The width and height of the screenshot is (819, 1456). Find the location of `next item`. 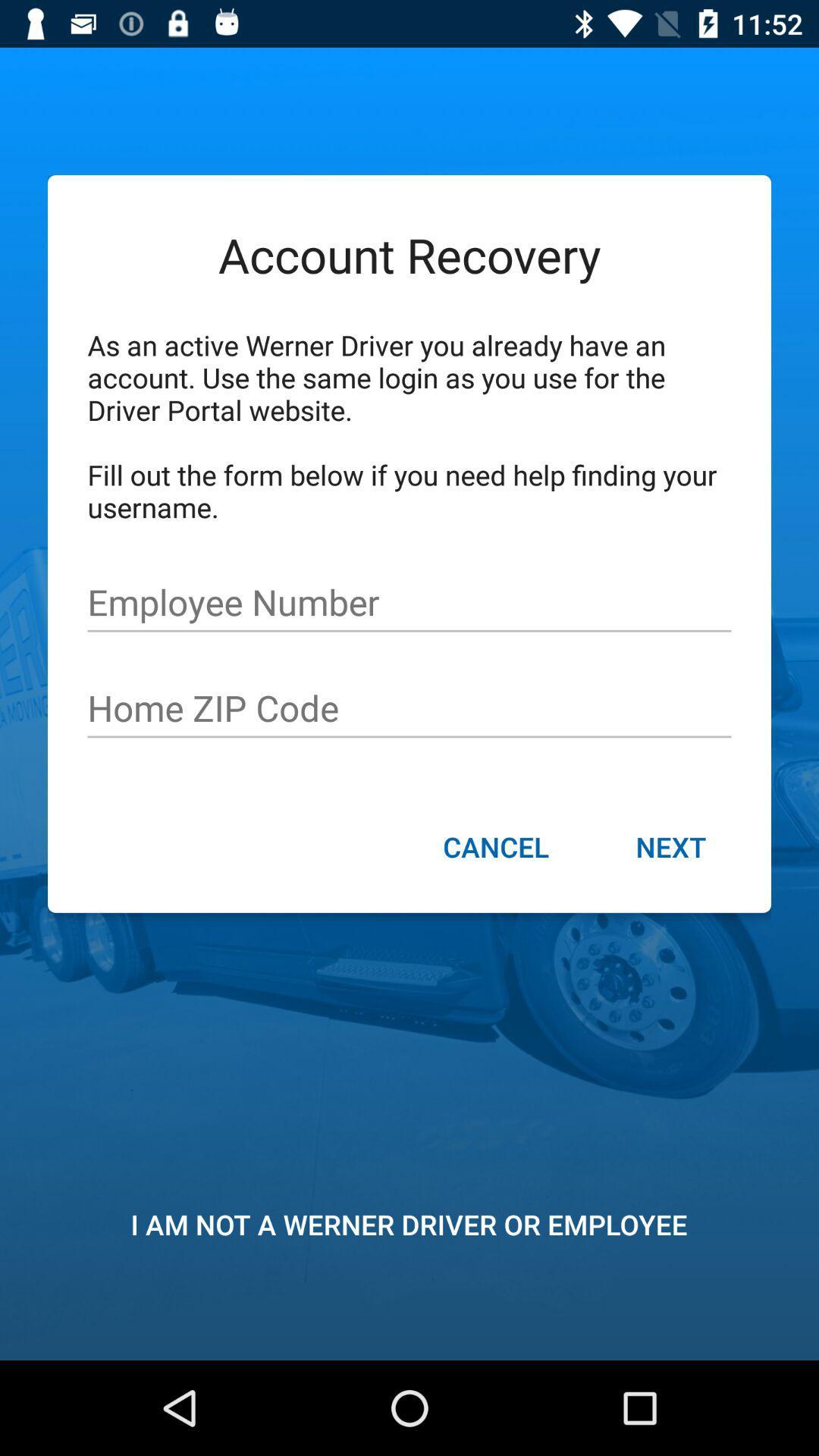

next item is located at coordinates (670, 848).